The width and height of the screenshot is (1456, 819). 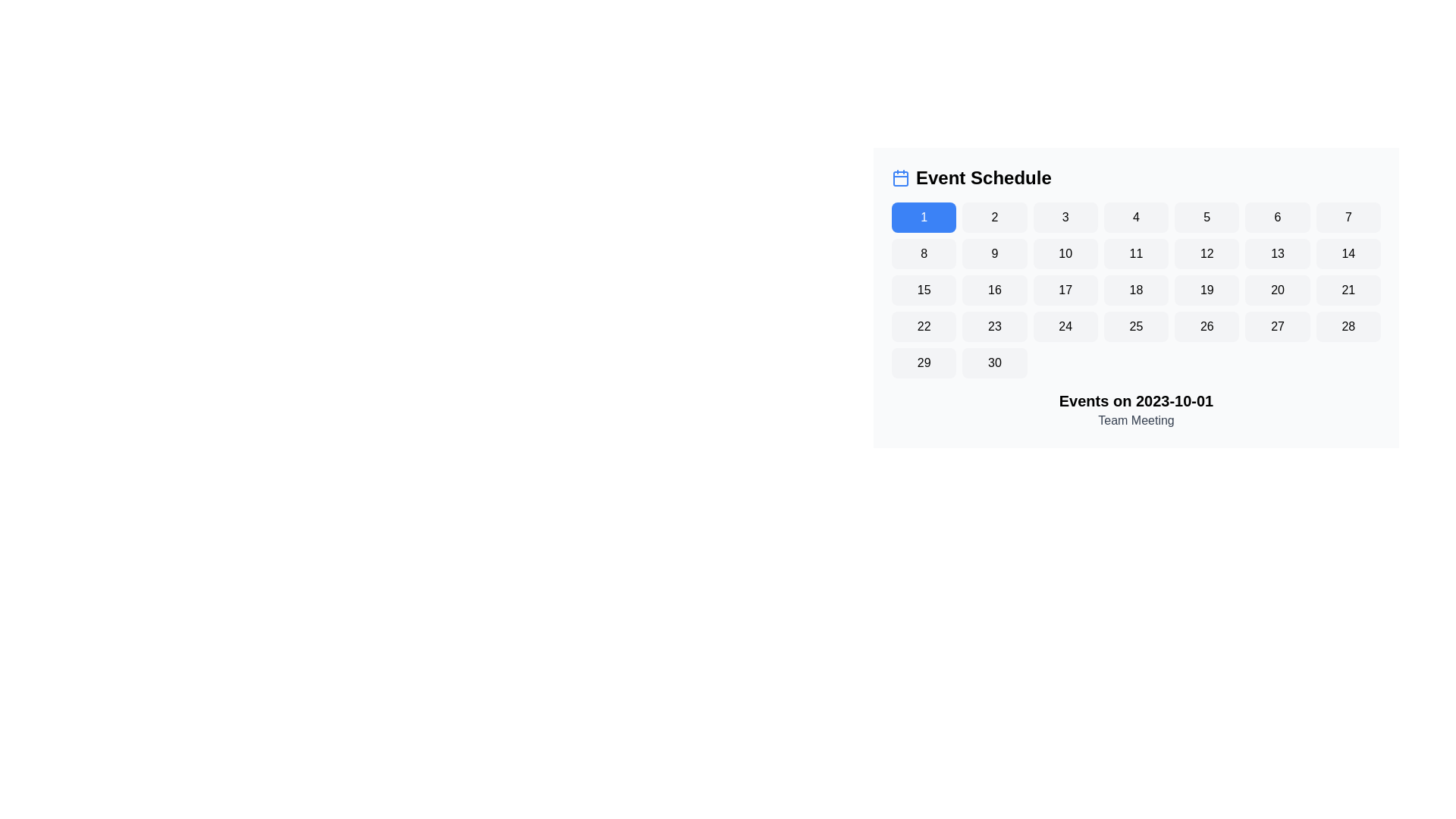 I want to click on the rounded rectangular button with a light gray background and black text displaying '2', so click(x=994, y=217).